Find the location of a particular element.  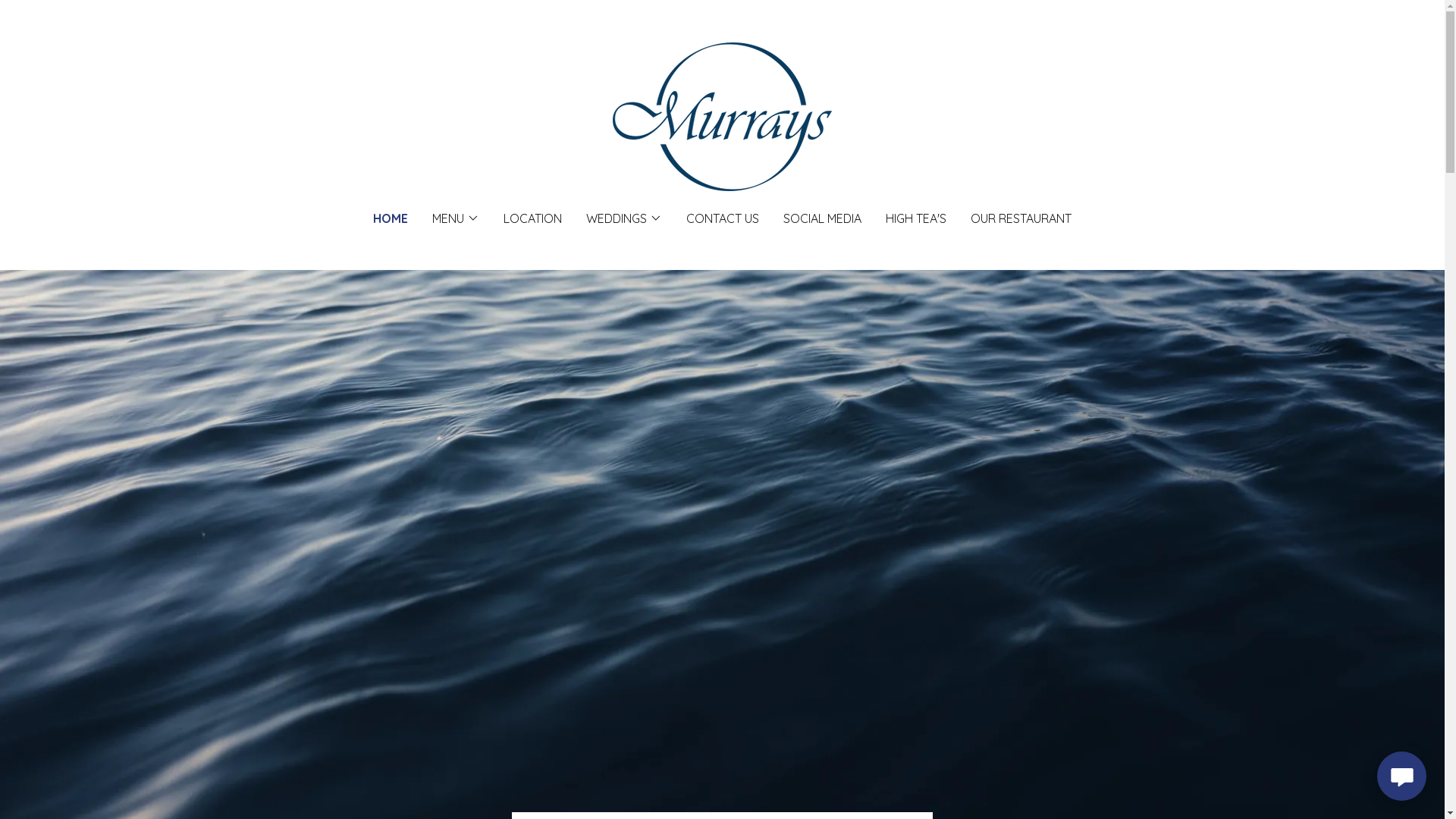

'LOCATION' is located at coordinates (532, 218).